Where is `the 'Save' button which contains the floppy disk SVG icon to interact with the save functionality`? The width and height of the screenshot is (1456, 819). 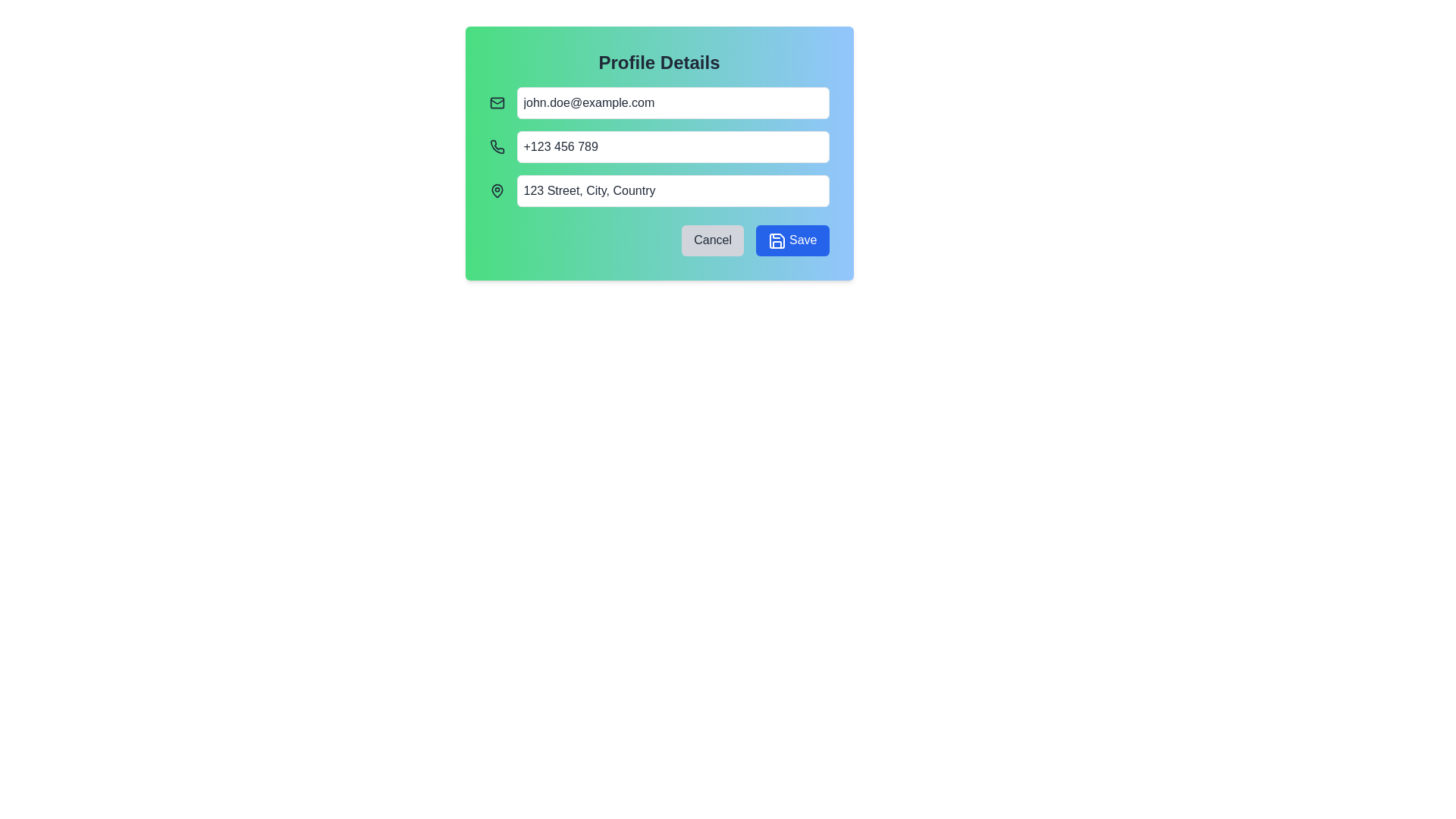
the 'Save' button which contains the floppy disk SVG icon to interact with the save functionality is located at coordinates (777, 240).